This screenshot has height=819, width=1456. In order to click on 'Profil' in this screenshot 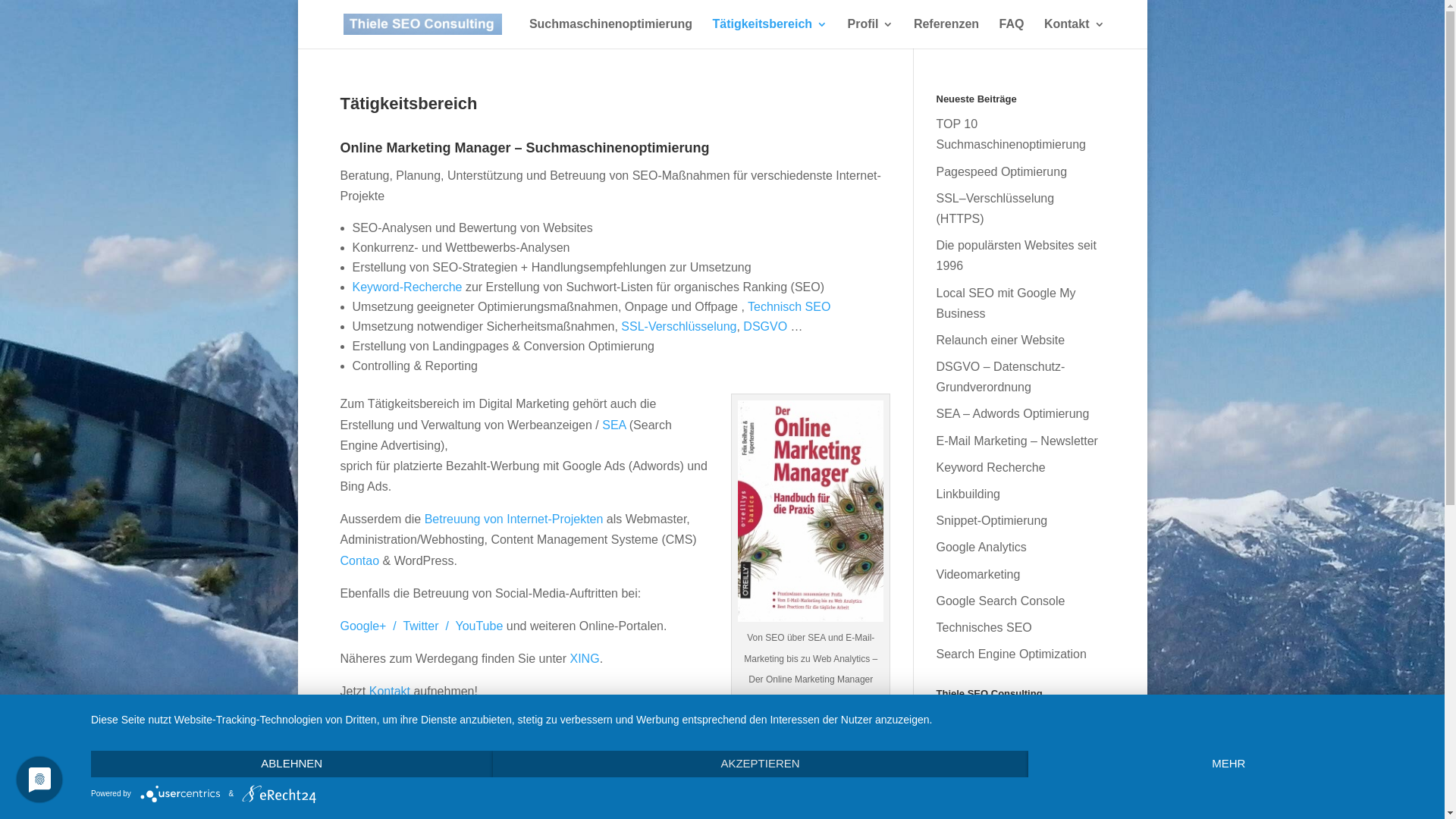, I will do `click(871, 33)`.